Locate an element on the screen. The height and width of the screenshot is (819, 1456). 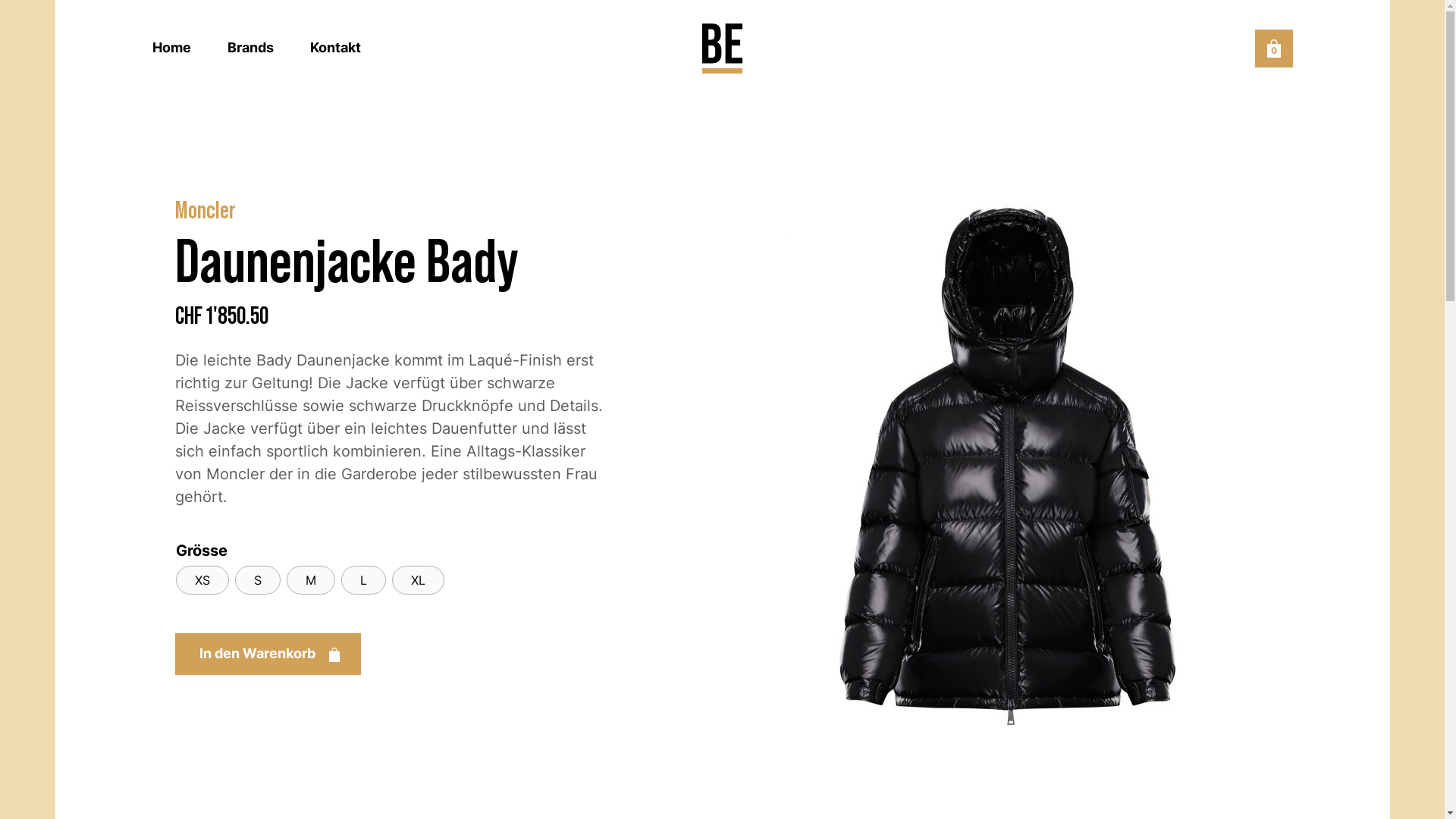
'Kontakt' is located at coordinates (334, 46).